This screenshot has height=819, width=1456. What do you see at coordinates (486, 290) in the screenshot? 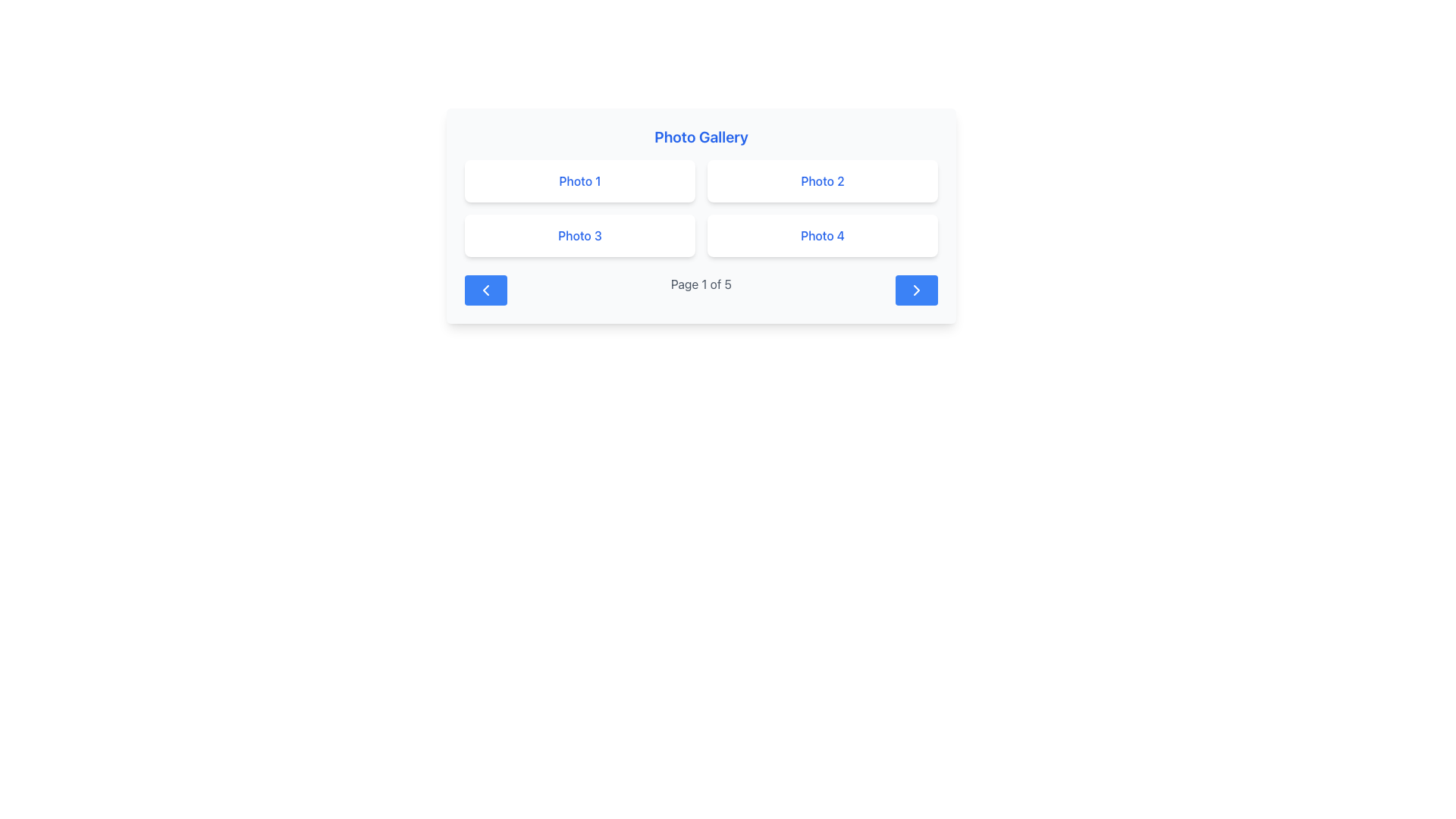
I see `the rectangular blue button with rounded corners that contains a white chevron pointing left, located at the far left of the navigation bar` at bounding box center [486, 290].